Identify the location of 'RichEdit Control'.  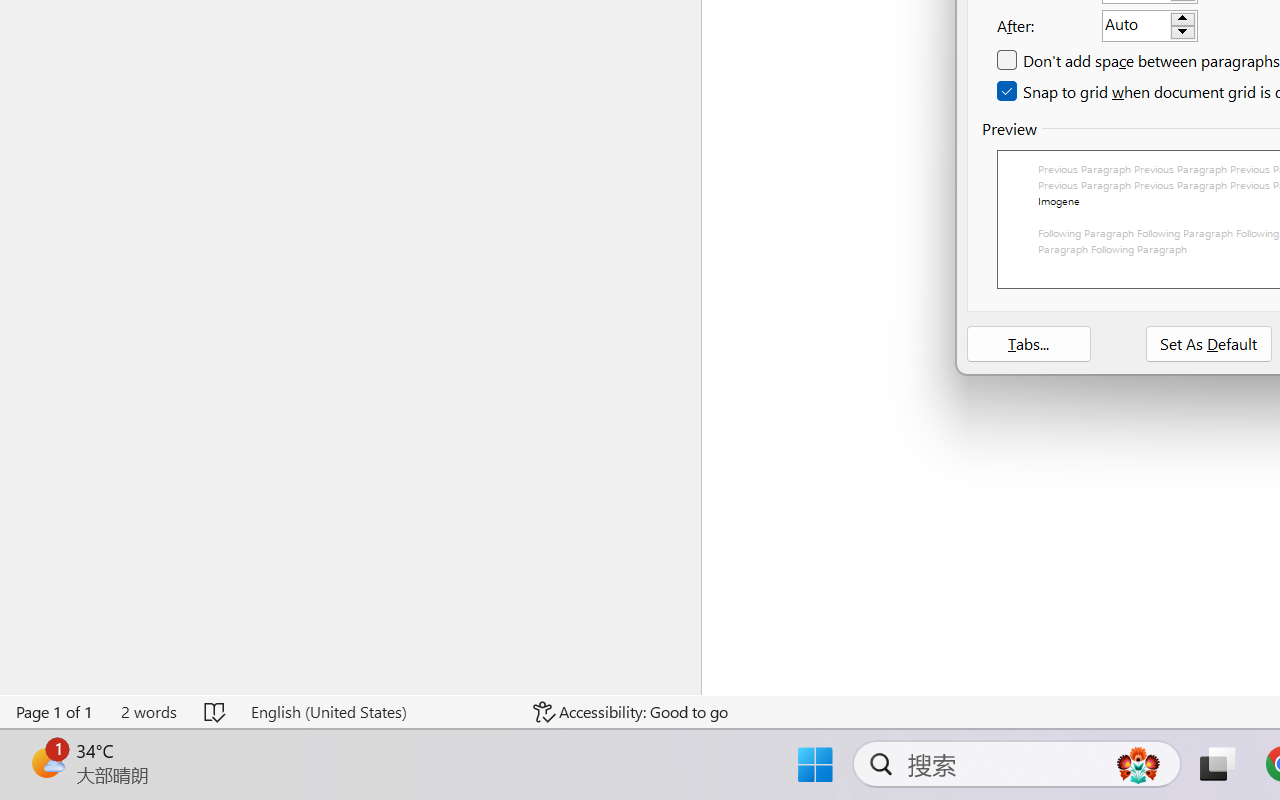
(1136, 26).